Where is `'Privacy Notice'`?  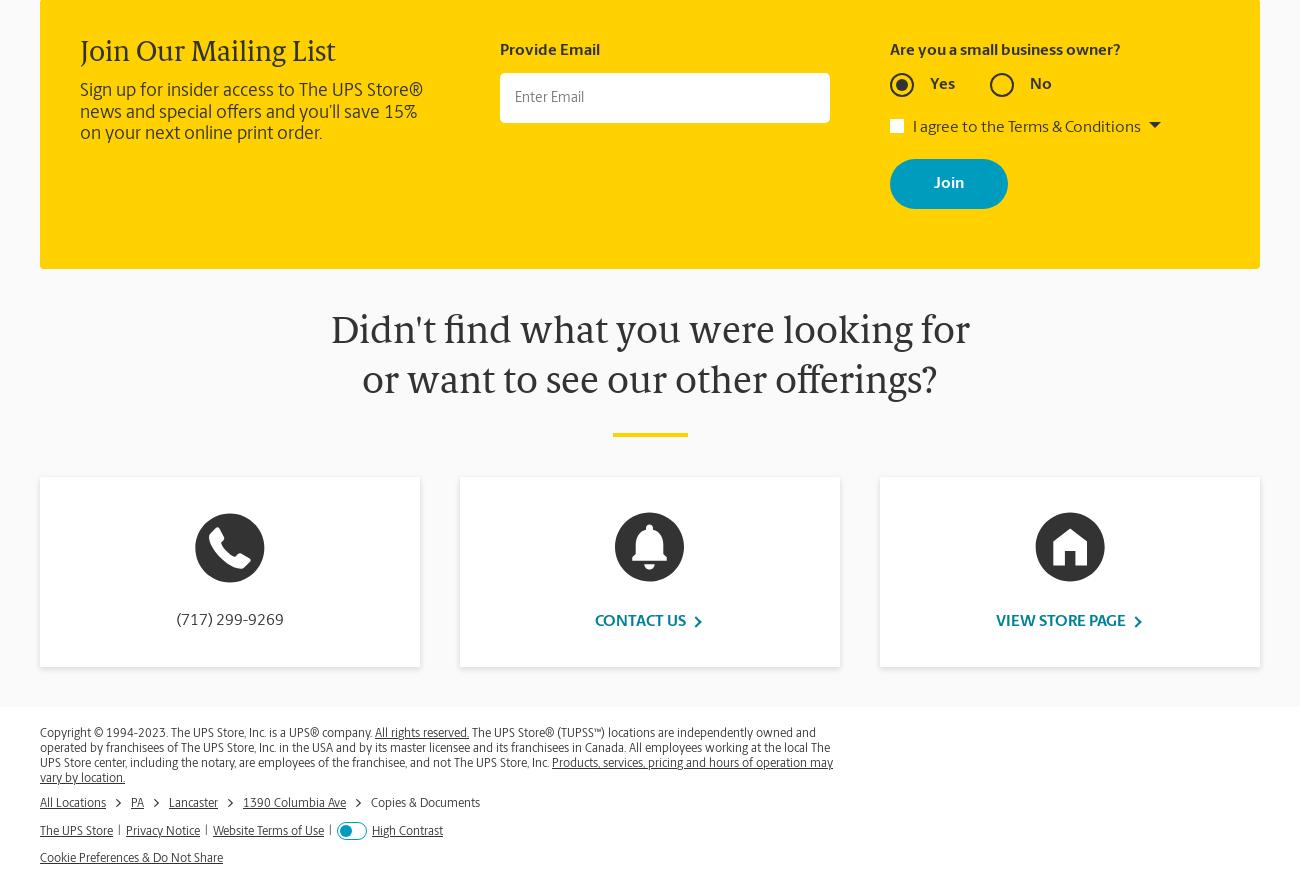 'Privacy Notice' is located at coordinates (162, 831).